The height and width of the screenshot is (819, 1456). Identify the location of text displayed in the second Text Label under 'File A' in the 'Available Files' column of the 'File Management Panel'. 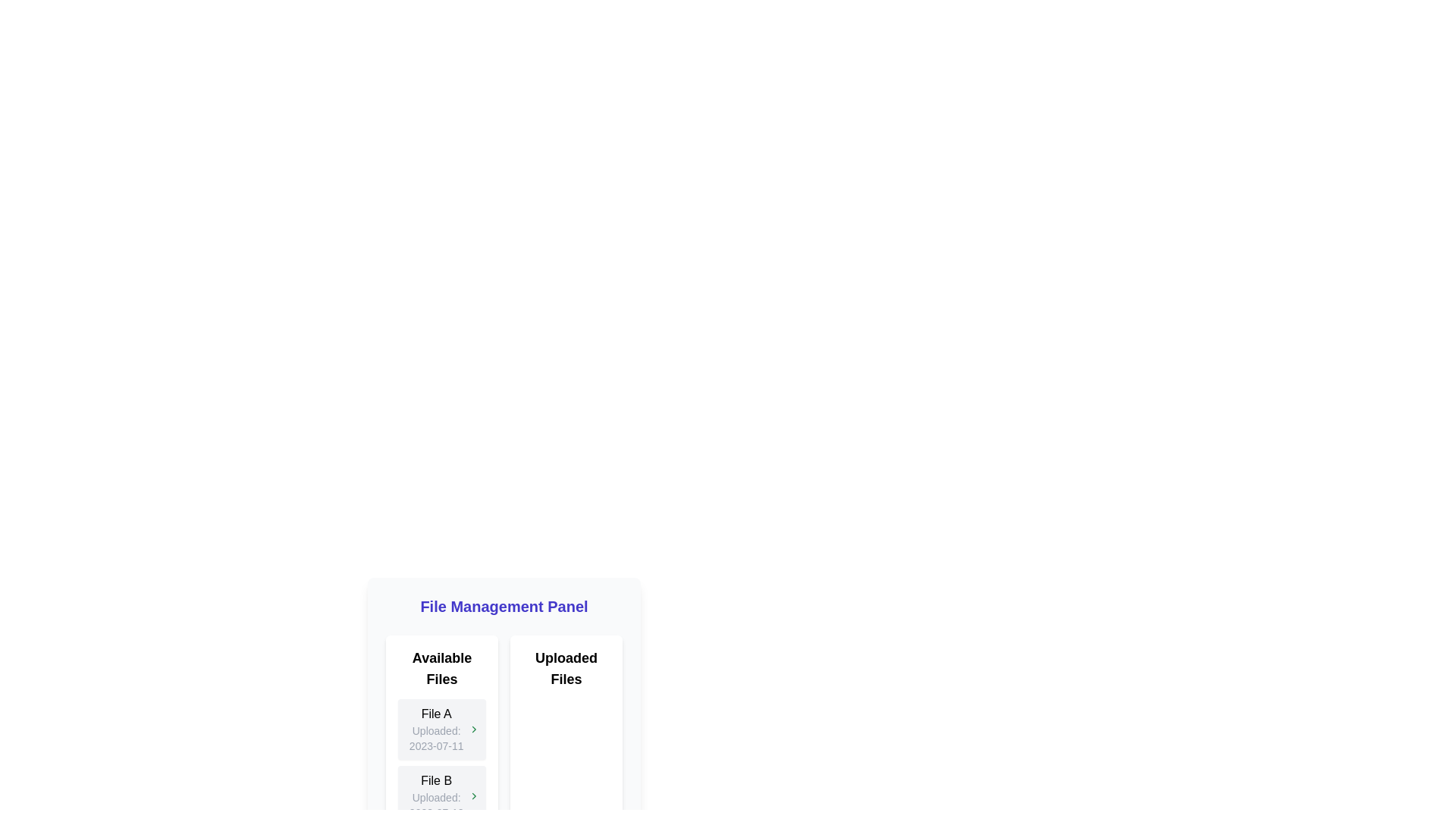
(435, 738).